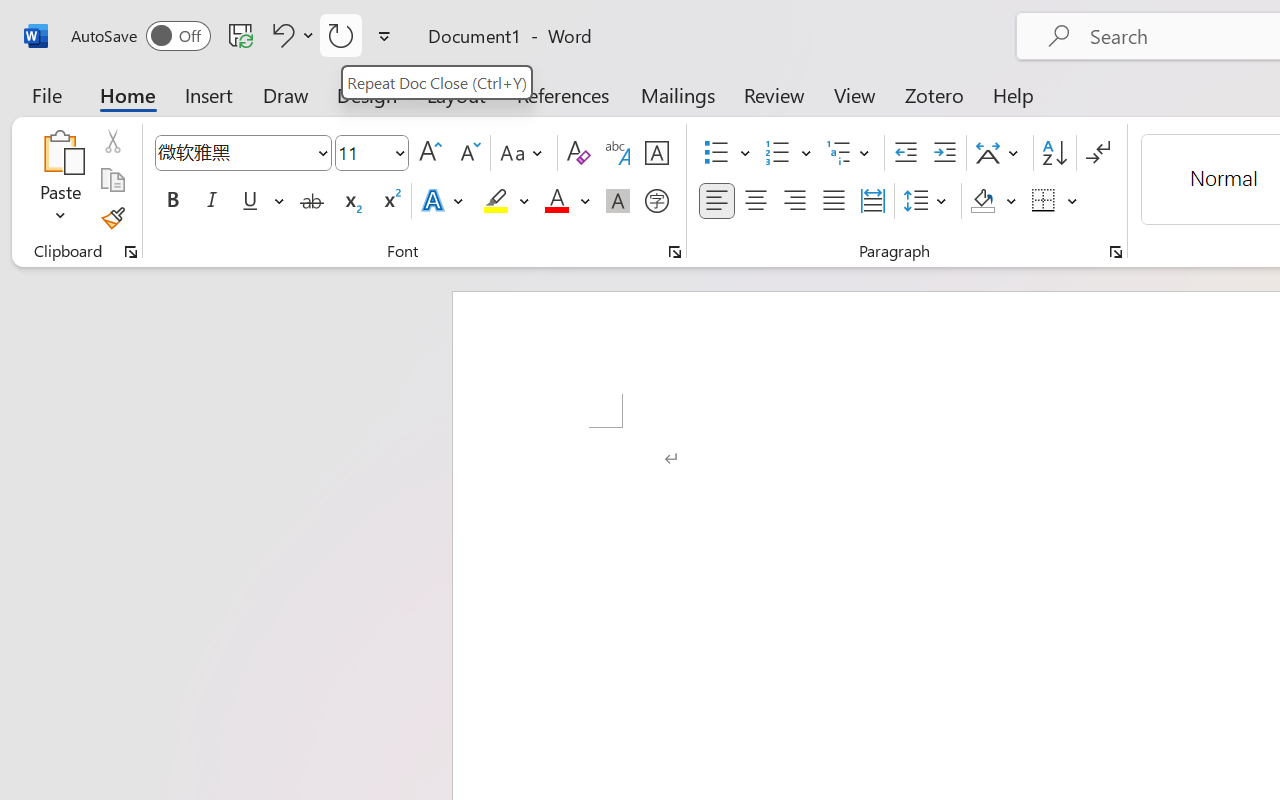 This screenshot has height=800, width=1280. Describe the element at coordinates (289, 34) in the screenshot. I see `'Undo <ApplyStyleToDoc>b__0'` at that location.